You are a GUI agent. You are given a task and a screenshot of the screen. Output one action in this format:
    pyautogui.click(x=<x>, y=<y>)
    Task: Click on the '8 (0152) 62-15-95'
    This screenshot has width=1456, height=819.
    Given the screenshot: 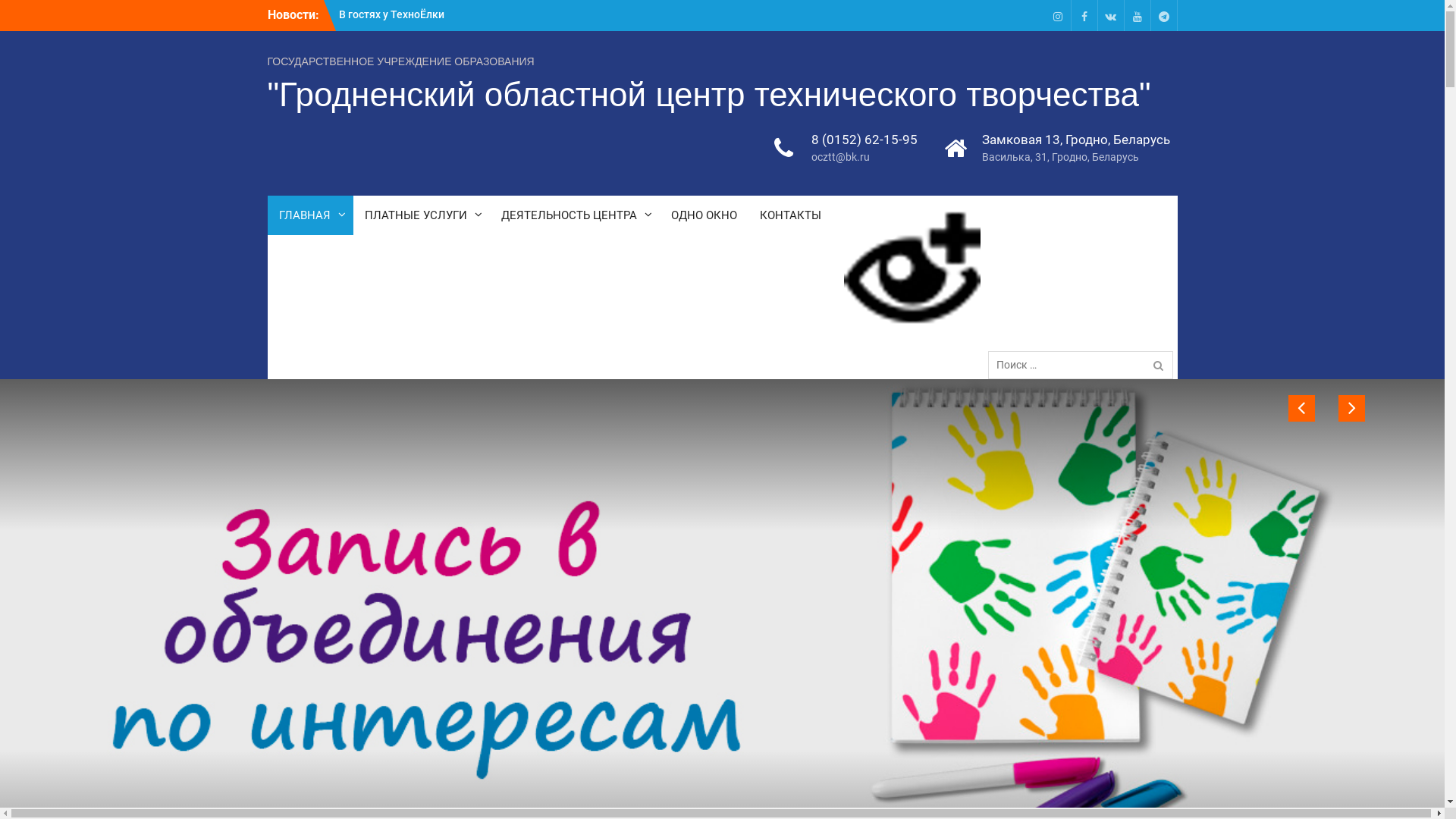 What is the action you would take?
    pyautogui.click(x=863, y=140)
    